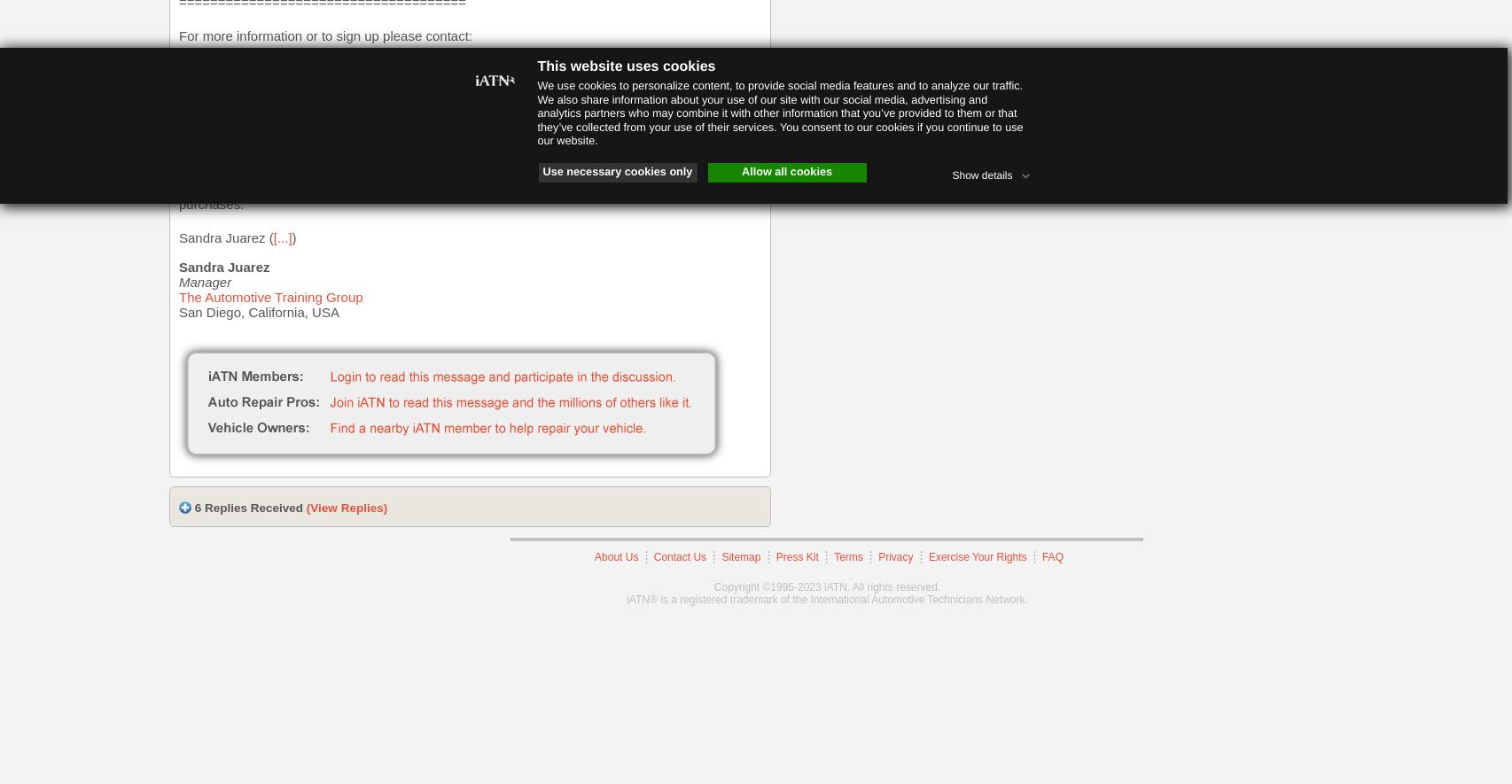 This screenshot has width=1512, height=784. What do you see at coordinates (786, 171) in the screenshot?
I see `'Allow all cookies'` at bounding box center [786, 171].